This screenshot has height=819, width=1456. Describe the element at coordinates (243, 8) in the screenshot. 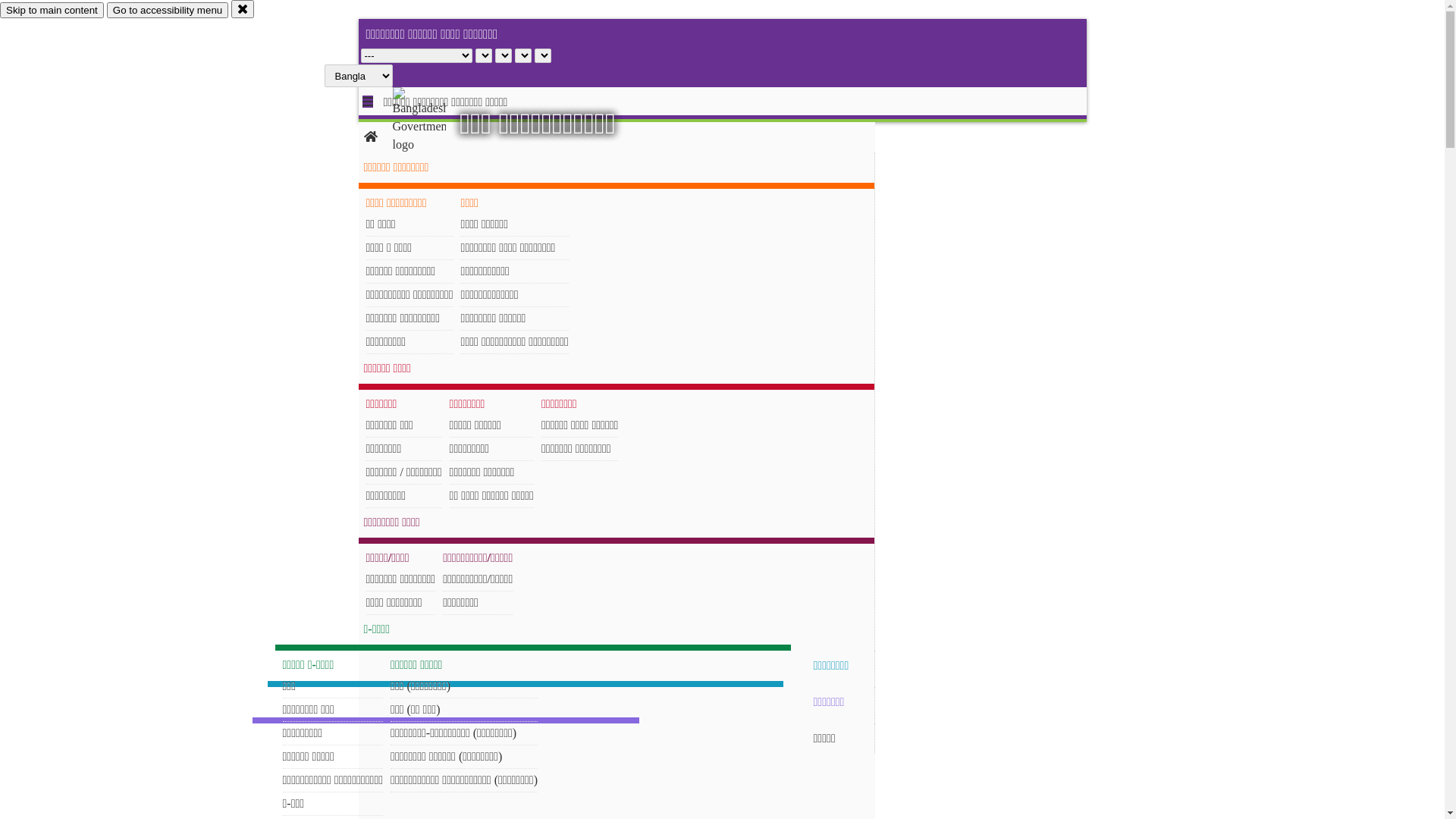

I see `'close'` at that location.